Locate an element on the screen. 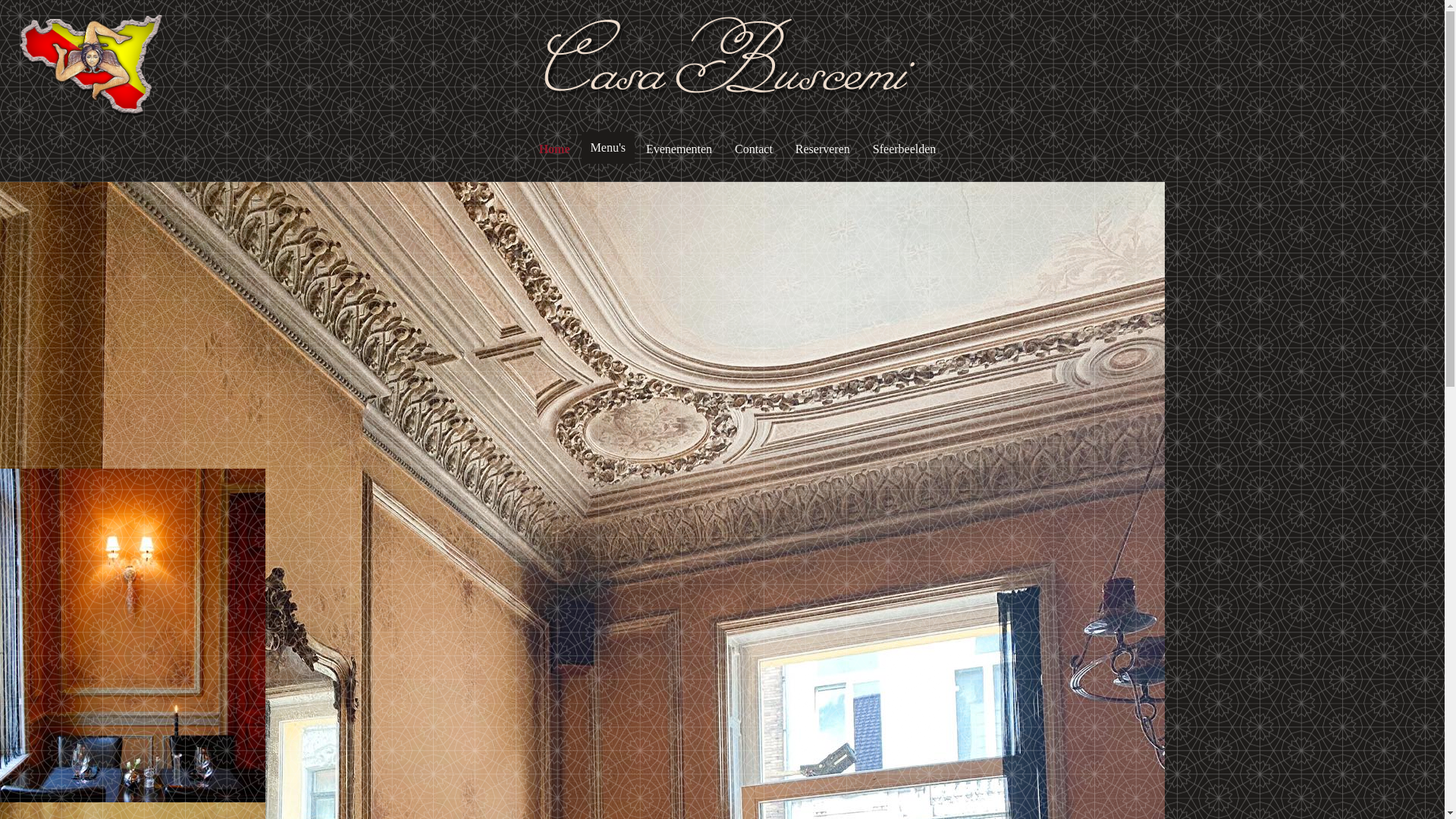 Image resolution: width=1456 pixels, height=819 pixels. 'Sfeerbeelden' is located at coordinates (869, 149).